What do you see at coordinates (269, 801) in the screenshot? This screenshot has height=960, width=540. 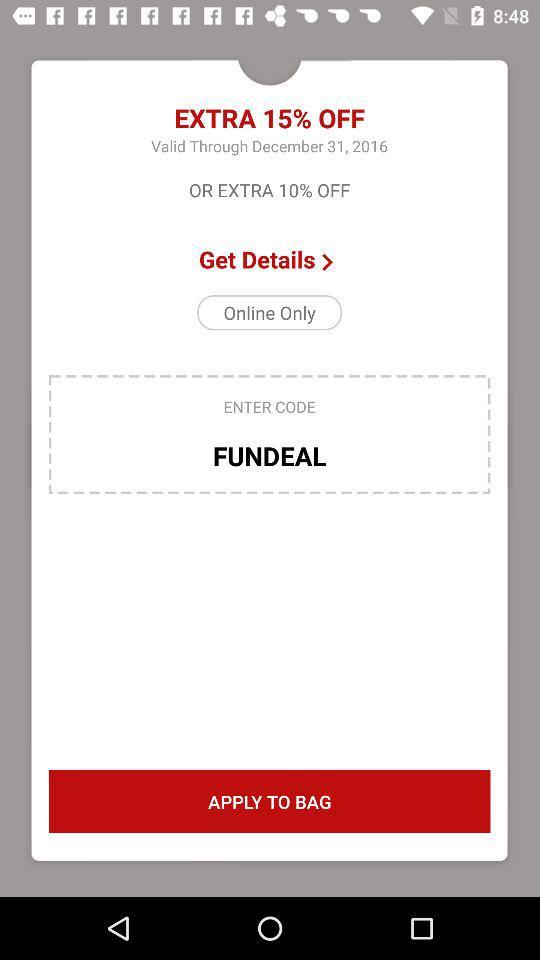 I see `the apply to bag icon` at bounding box center [269, 801].